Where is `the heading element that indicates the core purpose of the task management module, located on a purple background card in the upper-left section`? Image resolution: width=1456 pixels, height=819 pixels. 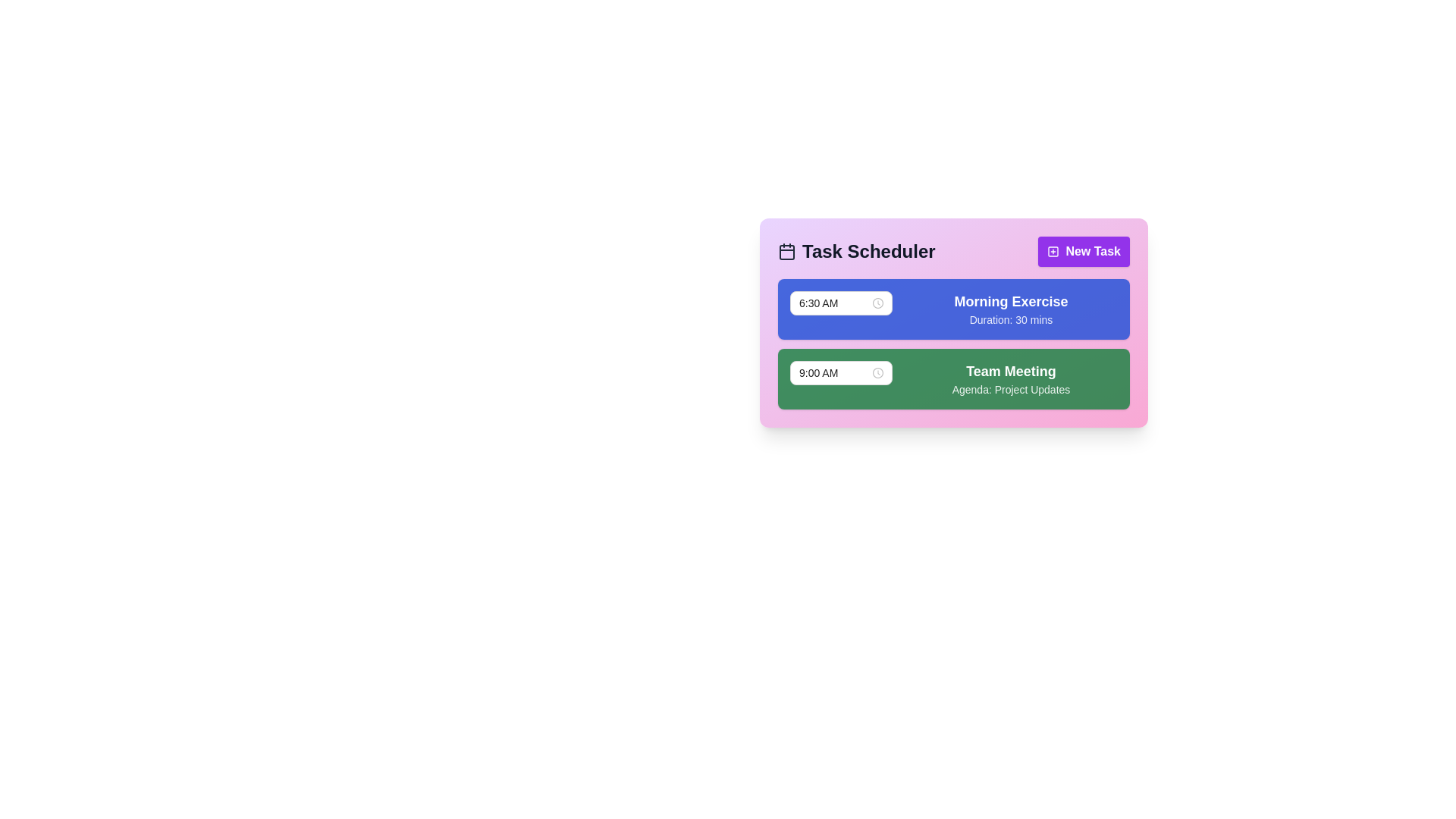
the heading element that indicates the core purpose of the task management module, located on a purple background card in the upper-left section is located at coordinates (868, 250).